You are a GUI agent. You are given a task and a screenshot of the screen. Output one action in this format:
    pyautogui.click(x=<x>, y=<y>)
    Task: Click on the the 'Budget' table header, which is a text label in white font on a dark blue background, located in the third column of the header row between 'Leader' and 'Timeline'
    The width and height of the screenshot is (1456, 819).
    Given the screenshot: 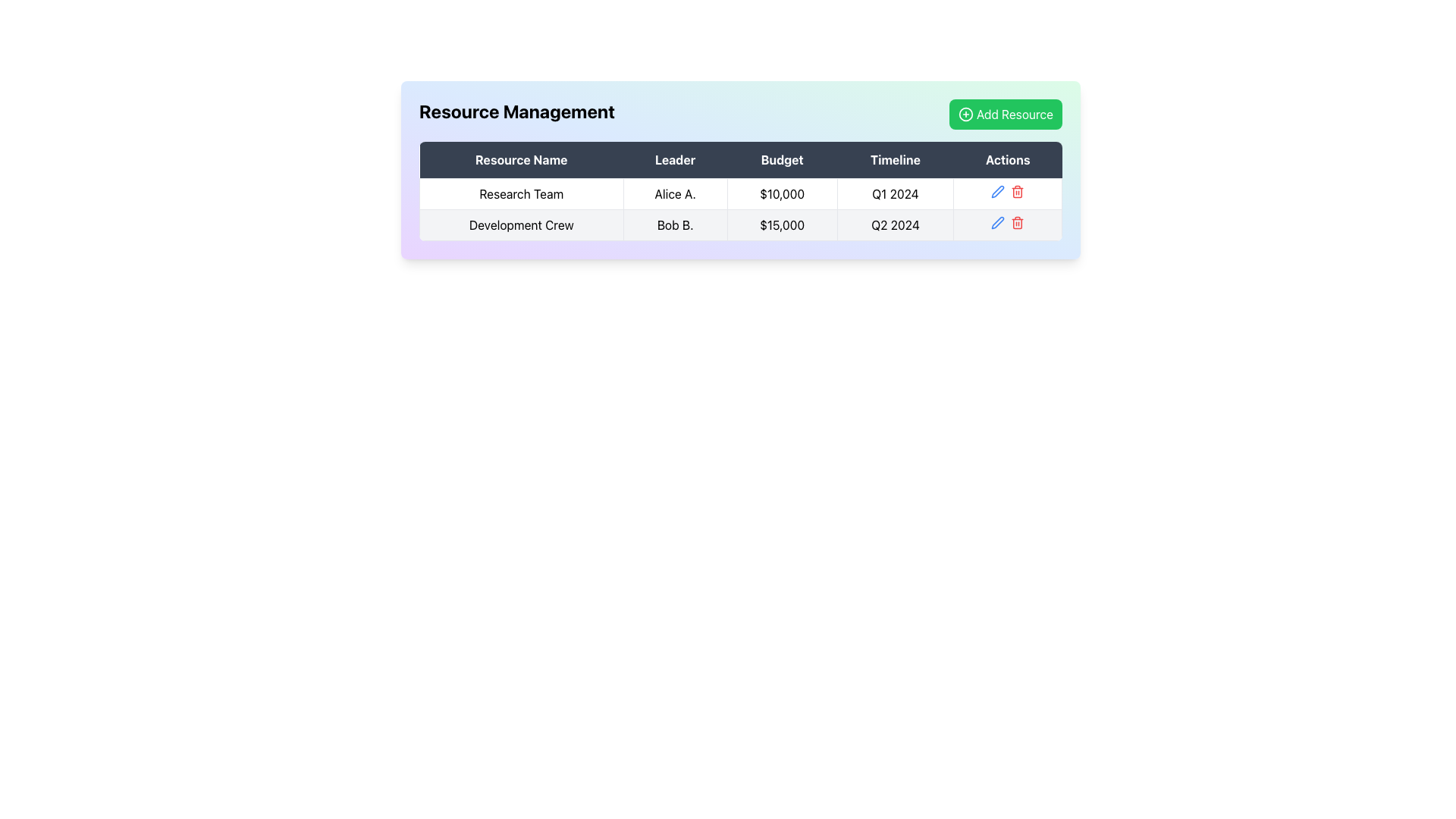 What is the action you would take?
    pyautogui.click(x=782, y=160)
    